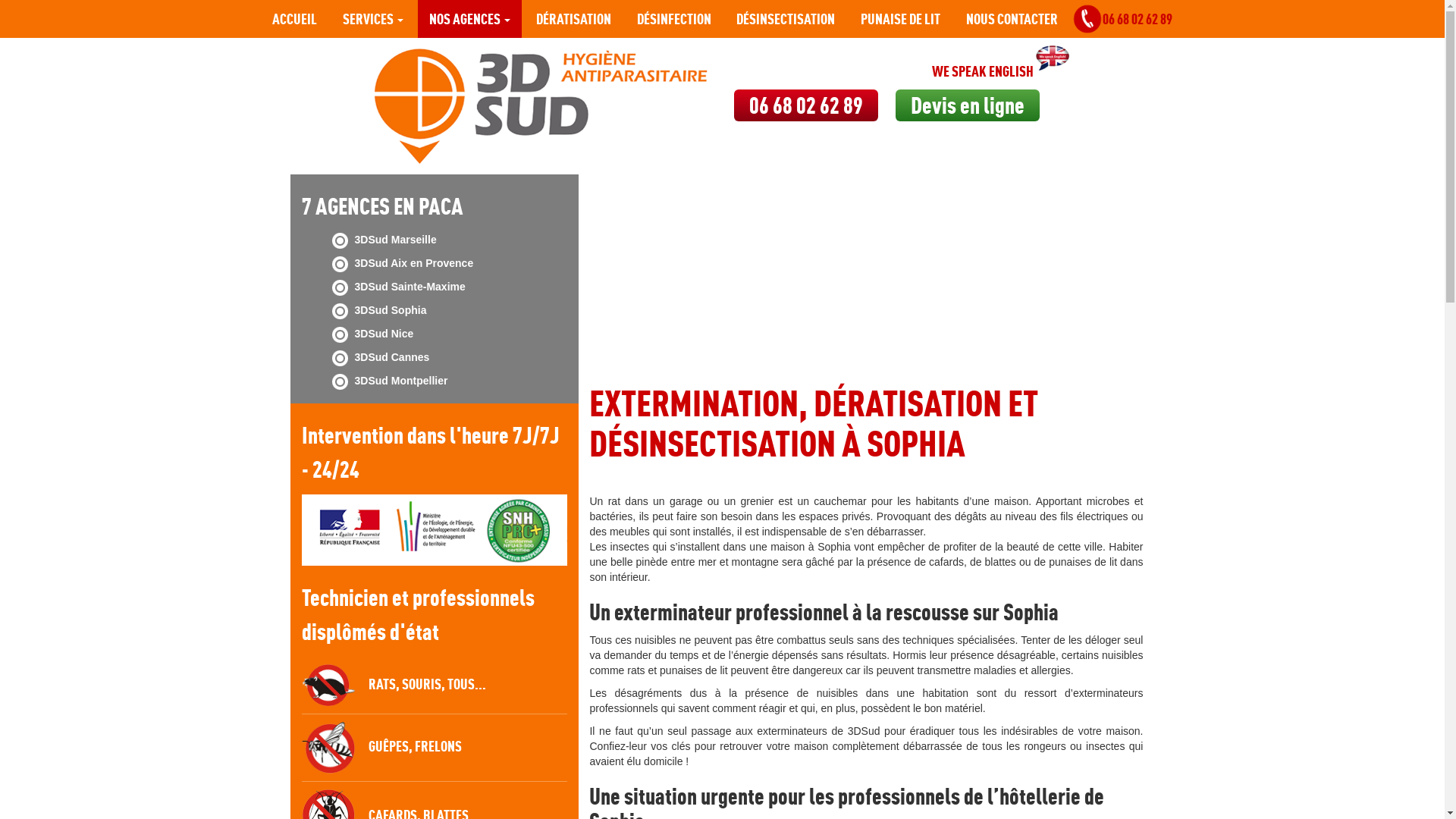 This screenshot has height=819, width=1456. Describe the element at coordinates (384, 332) in the screenshot. I see `'3DSud Nice'` at that location.